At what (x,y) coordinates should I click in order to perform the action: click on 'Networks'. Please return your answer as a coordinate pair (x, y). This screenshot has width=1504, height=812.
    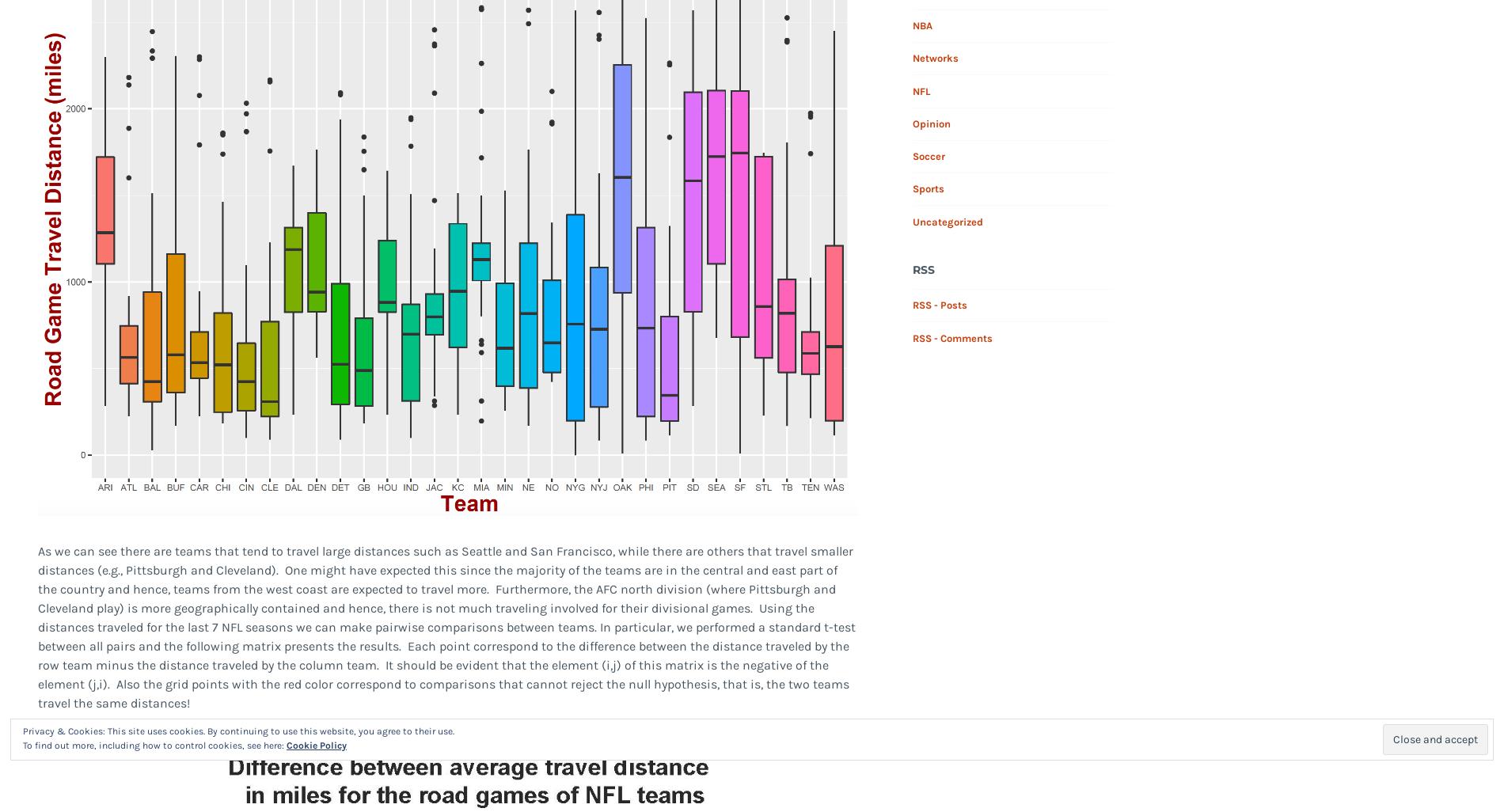
    Looking at the image, I should click on (935, 57).